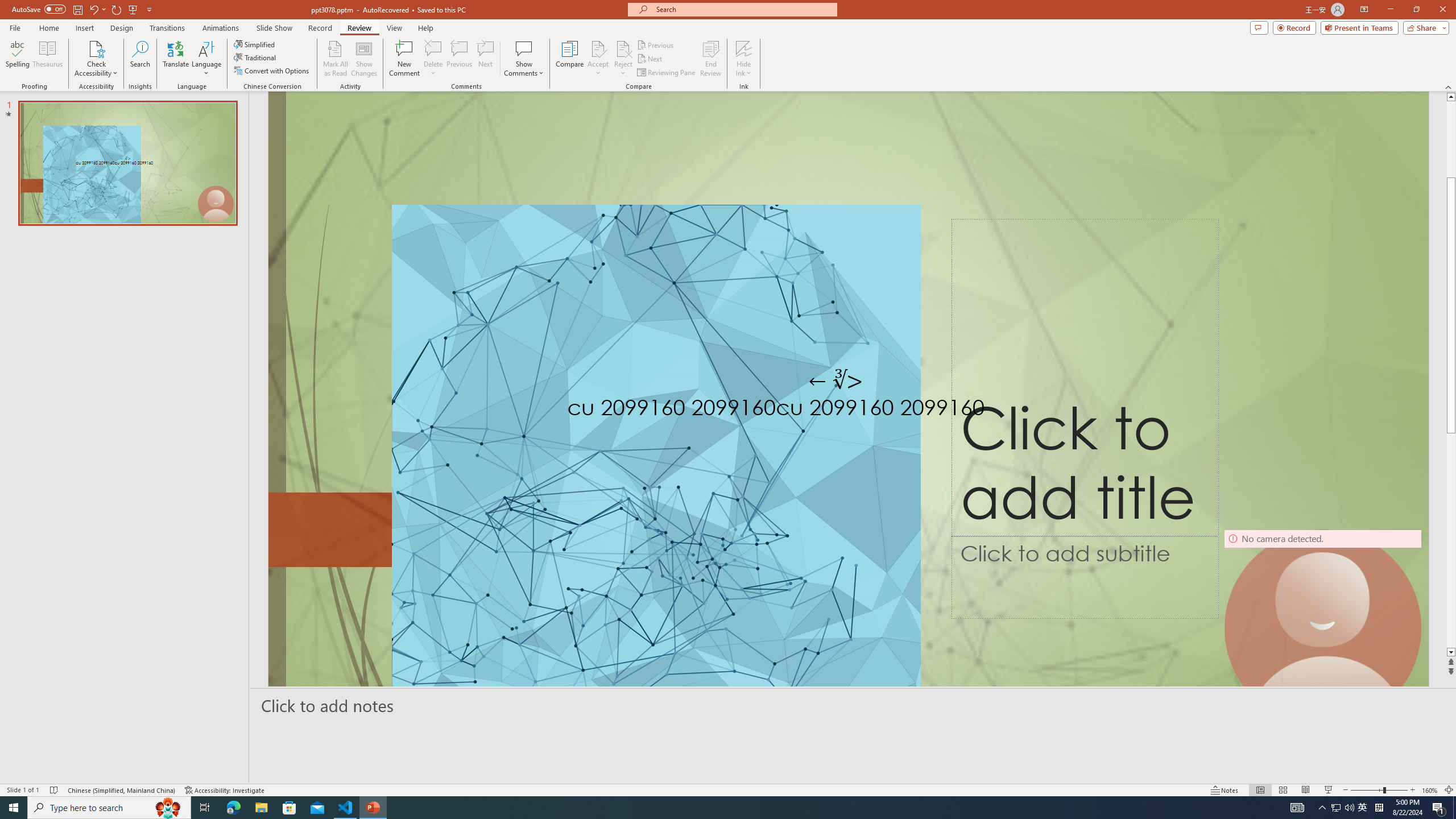 This screenshot has height=819, width=1456. What do you see at coordinates (206, 59) in the screenshot?
I see `'Language'` at bounding box center [206, 59].